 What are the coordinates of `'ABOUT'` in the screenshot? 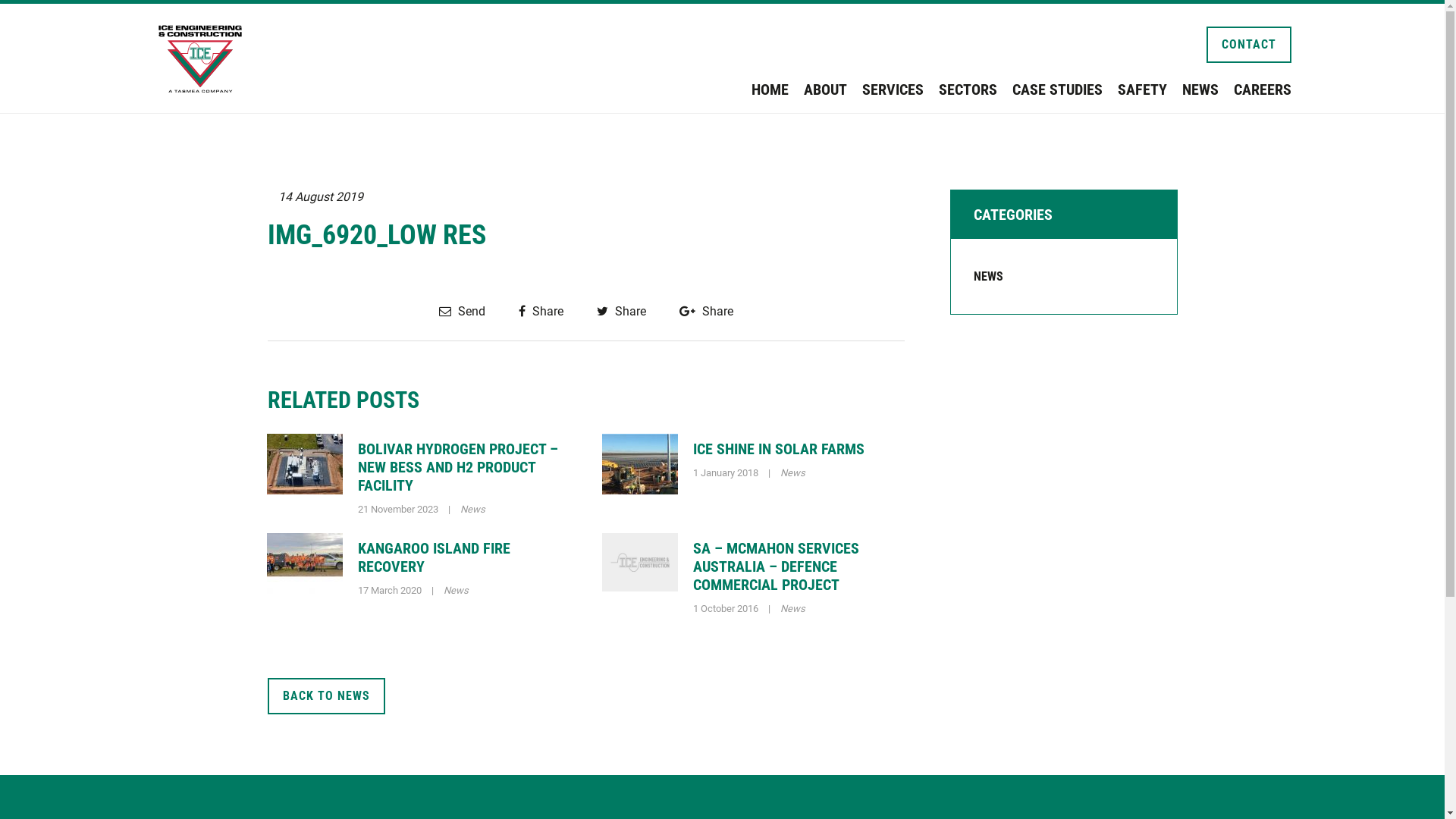 It's located at (803, 89).